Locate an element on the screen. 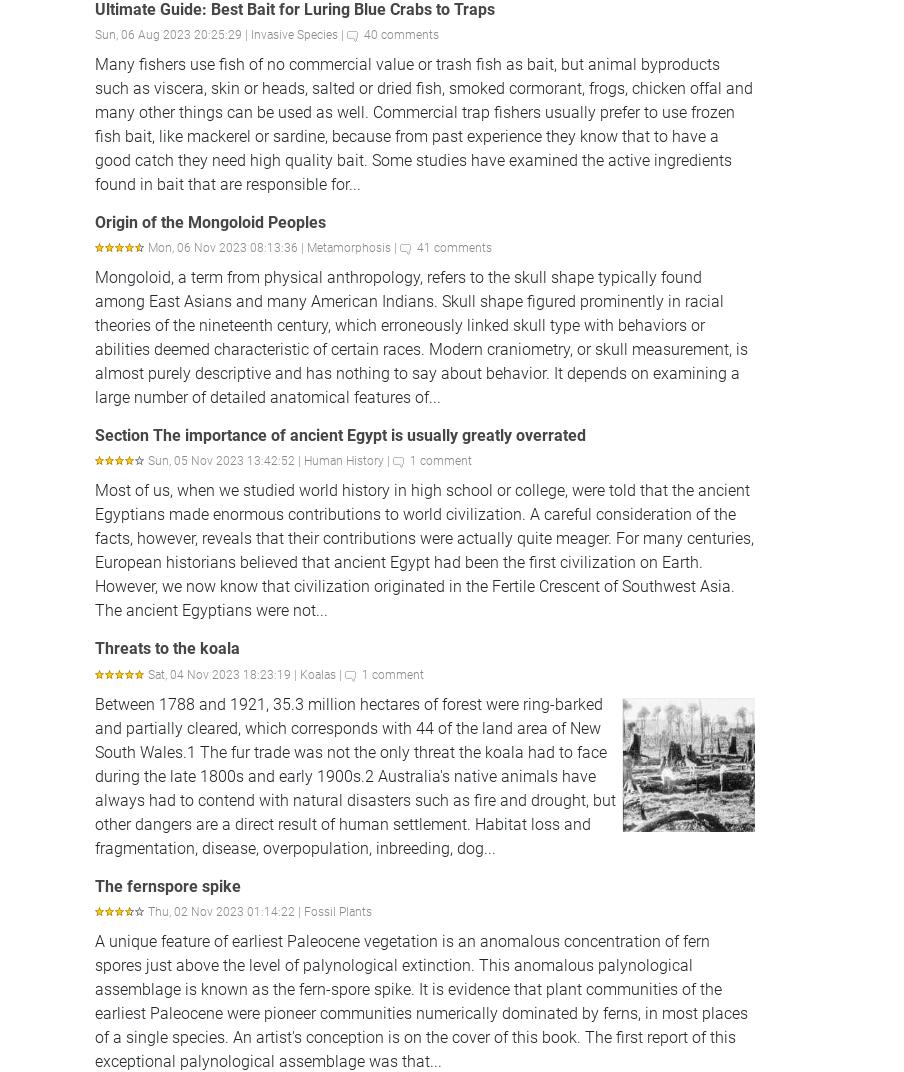 Image resolution: width=904 pixels, height=1072 pixels. 'Sat, 04 Nov 2023 18:23:19                                    |' is located at coordinates (224, 672).